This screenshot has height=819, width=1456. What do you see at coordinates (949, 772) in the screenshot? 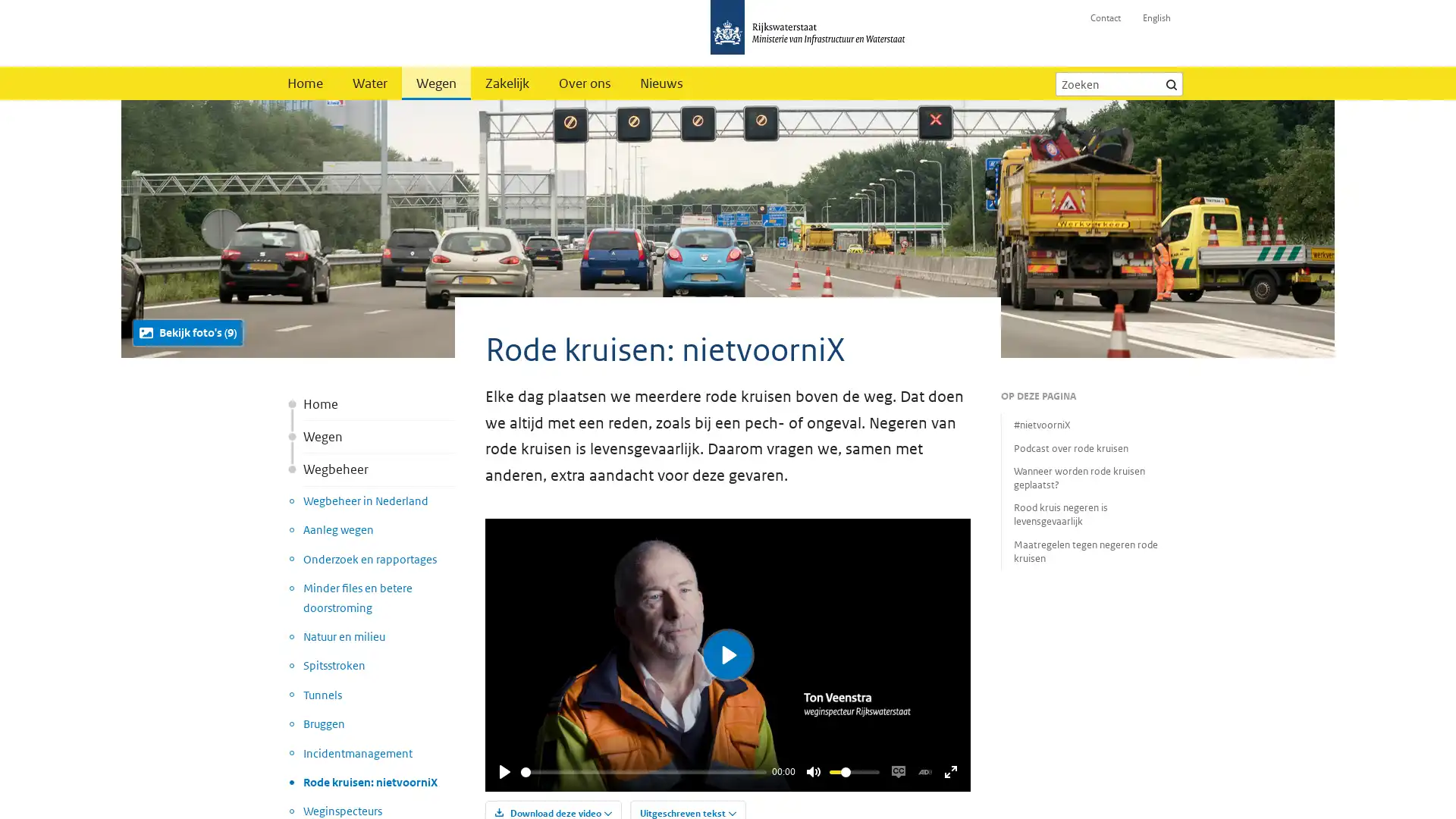
I see `Volledig scherm openen` at bounding box center [949, 772].